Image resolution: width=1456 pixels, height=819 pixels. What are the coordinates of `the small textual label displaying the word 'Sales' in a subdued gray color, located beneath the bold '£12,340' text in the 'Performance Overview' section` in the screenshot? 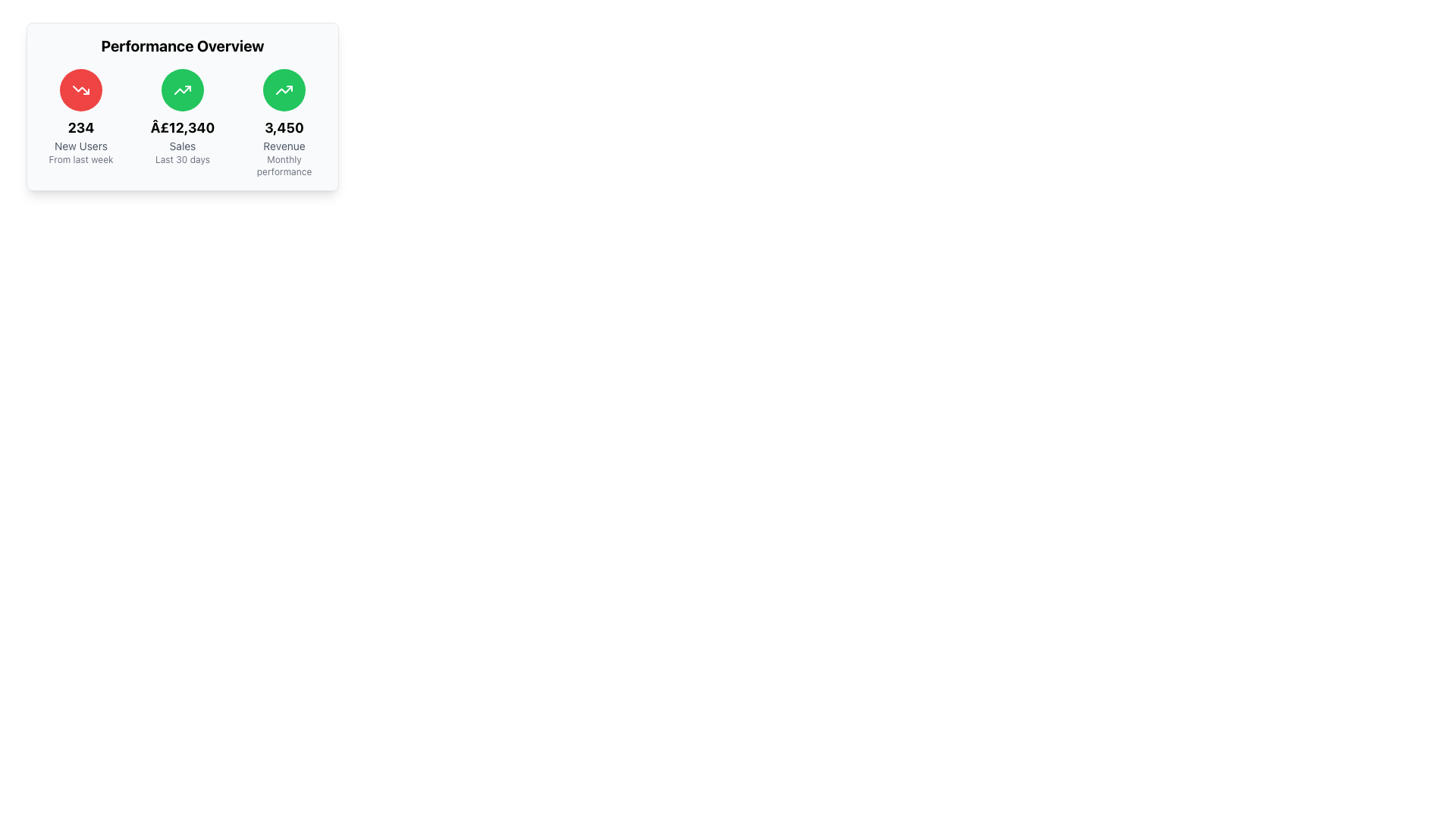 It's located at (182, 146).